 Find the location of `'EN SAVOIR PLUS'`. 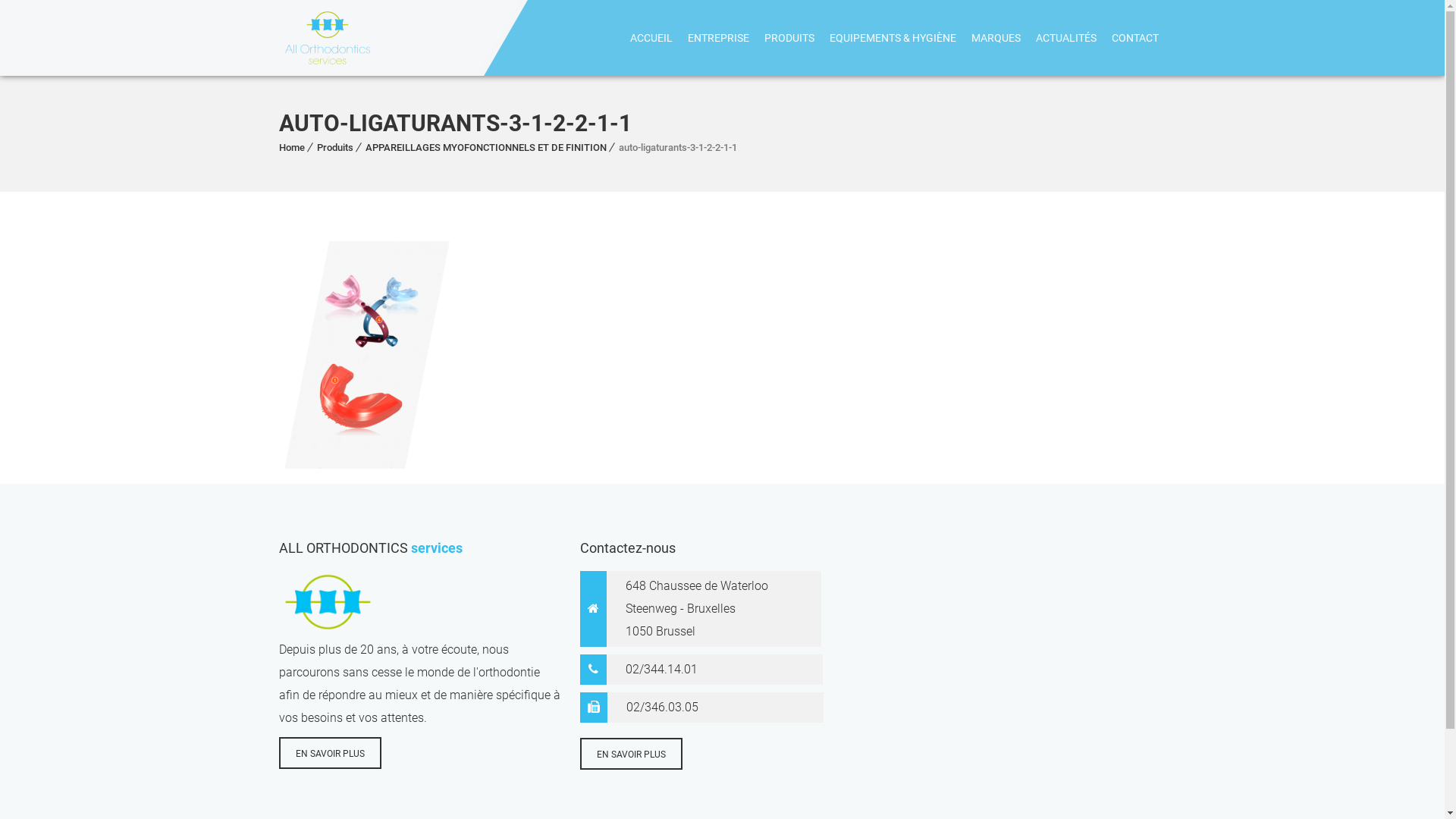

'EN SAVOIR PLUS' is located at coordinates (329, 752).